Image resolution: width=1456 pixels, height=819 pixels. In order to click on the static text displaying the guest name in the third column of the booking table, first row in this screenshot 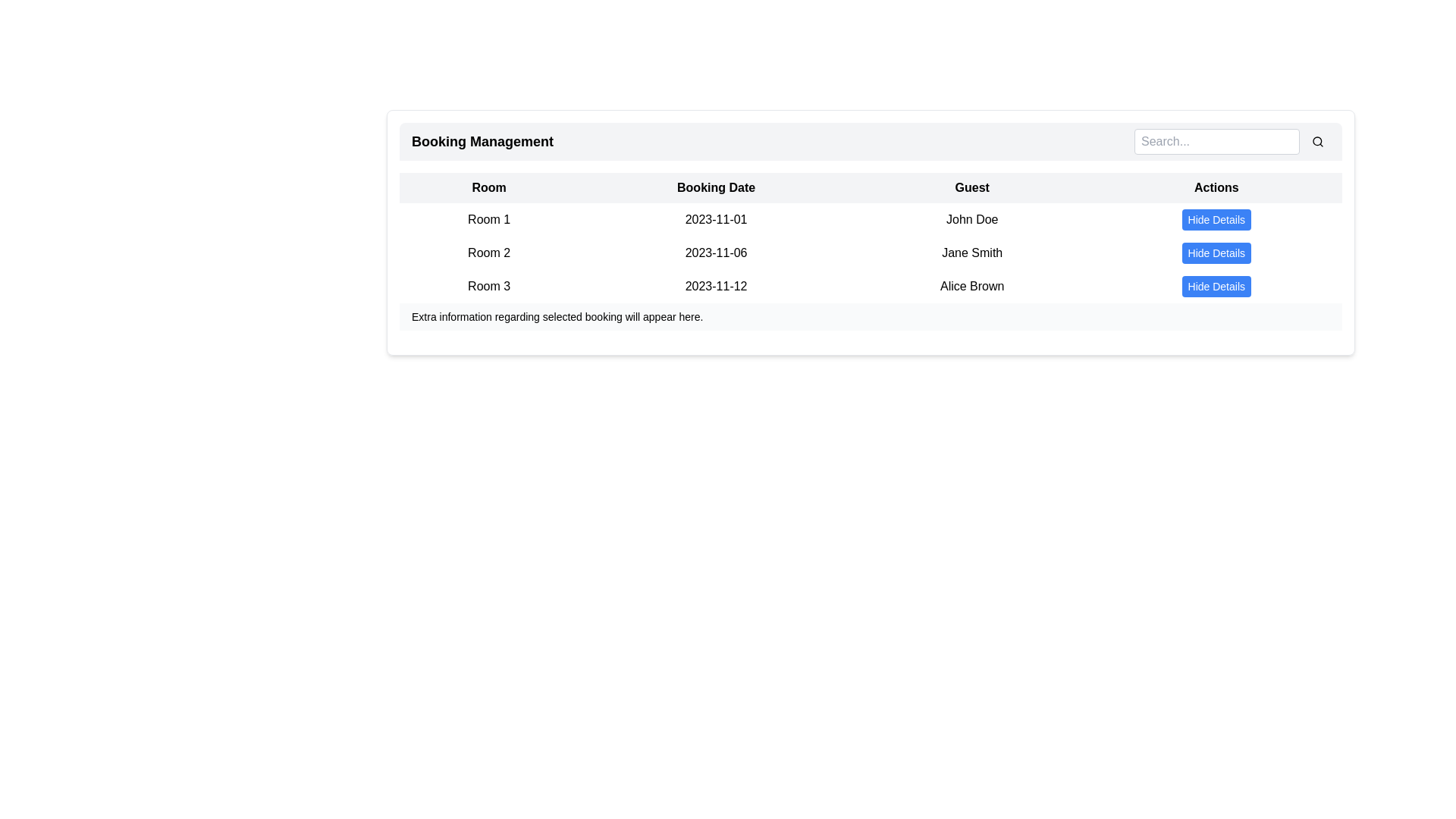, I will do `click(972, 219)`.